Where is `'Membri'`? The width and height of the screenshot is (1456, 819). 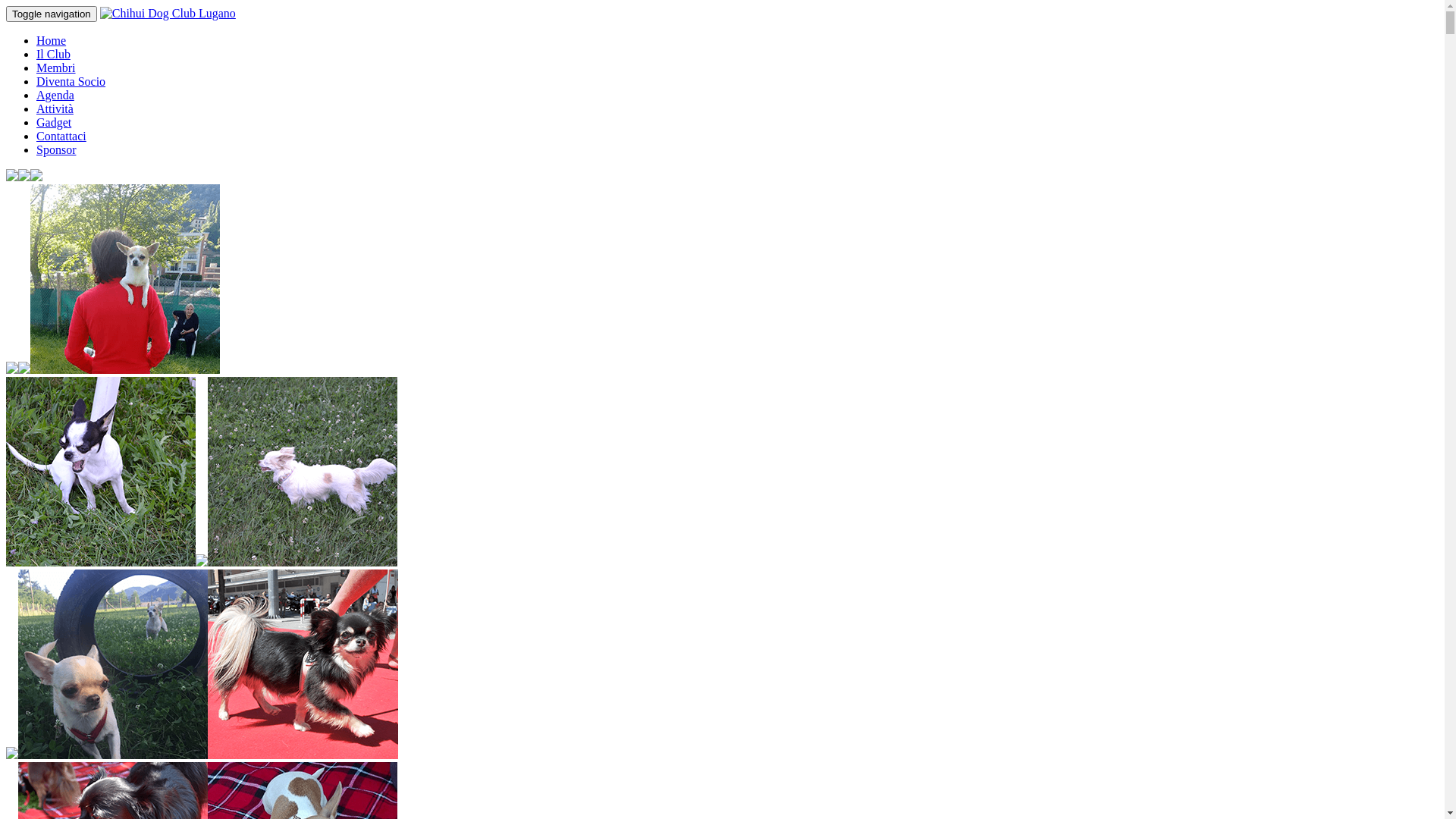 'Membri' is located at coordinates (55, 67).